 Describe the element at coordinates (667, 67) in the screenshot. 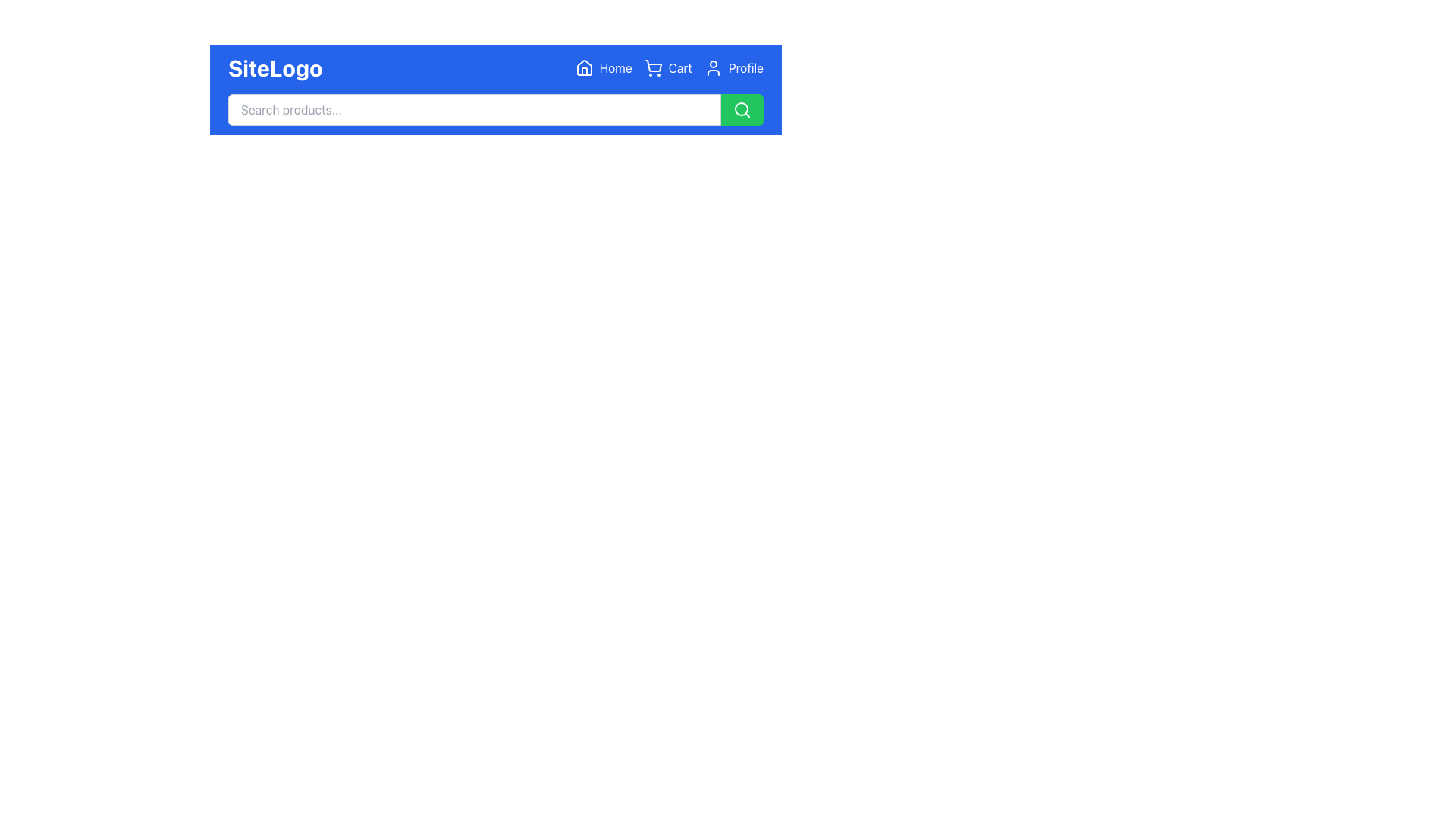

I see `the 'Cart' button located in the navigation bar, which is the second interactive item` at that location.